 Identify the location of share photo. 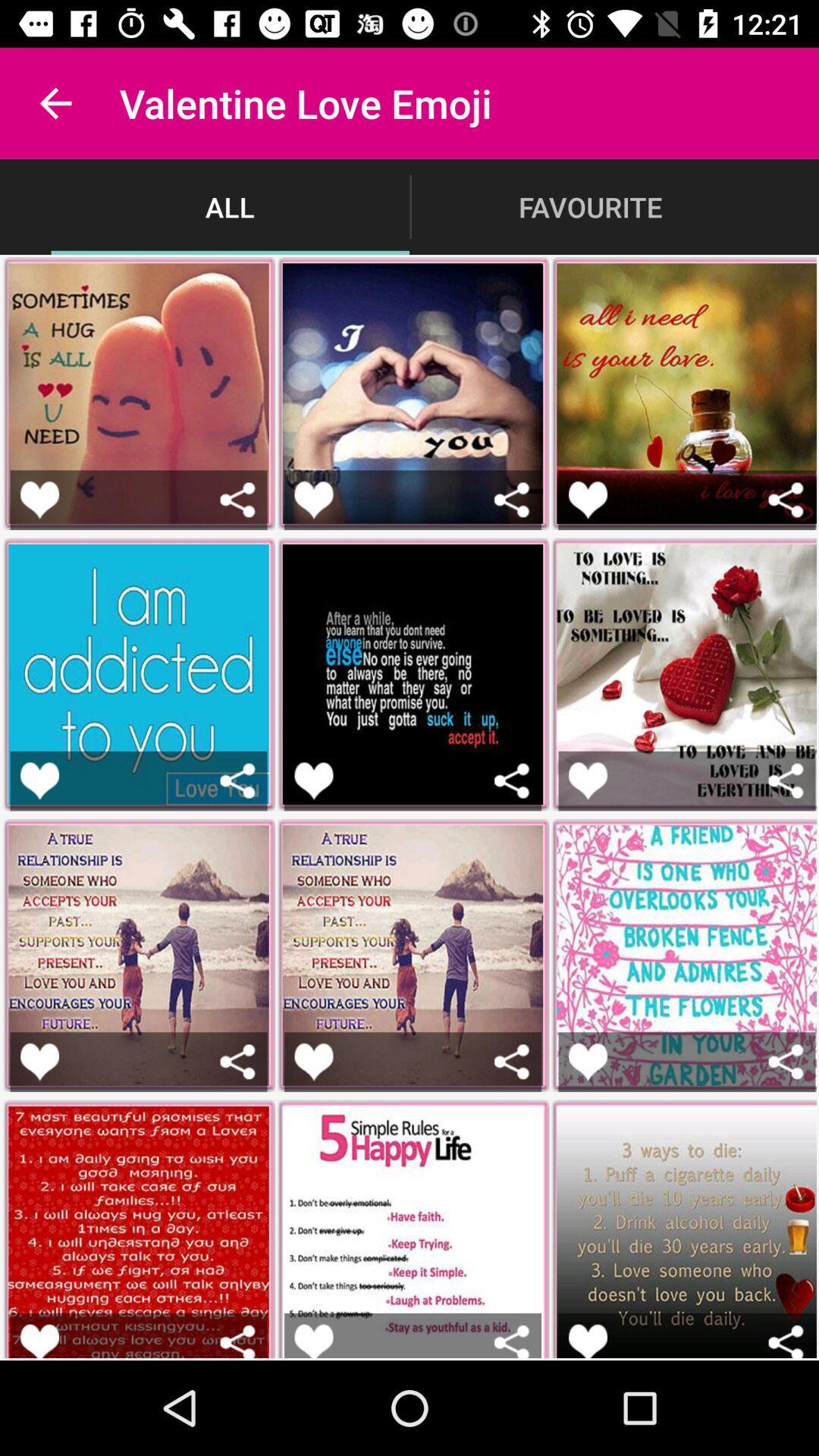
(512, 1341).